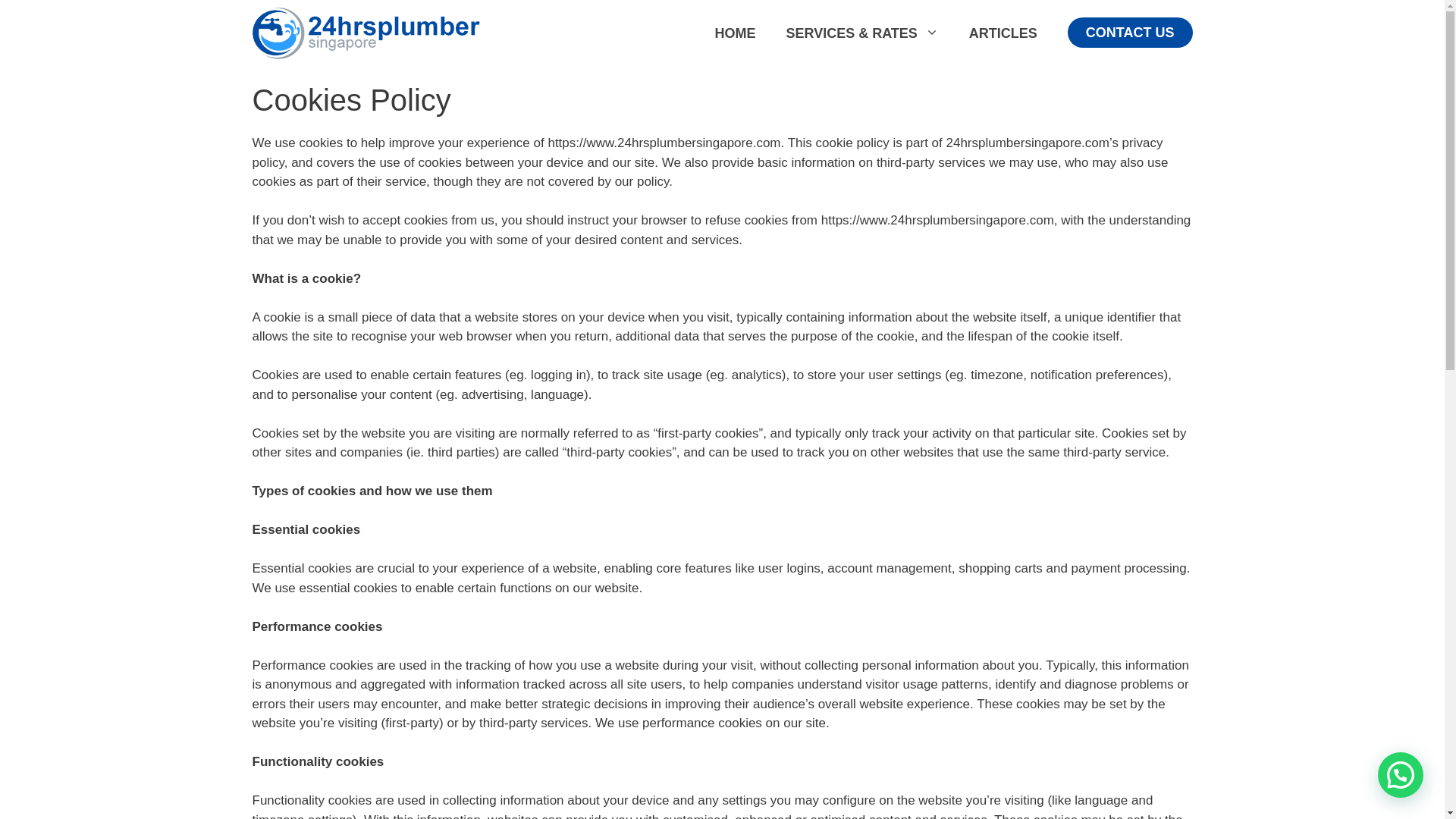 The image size is (1456, 819). I want to click on 'HOME', so click(735, 33).